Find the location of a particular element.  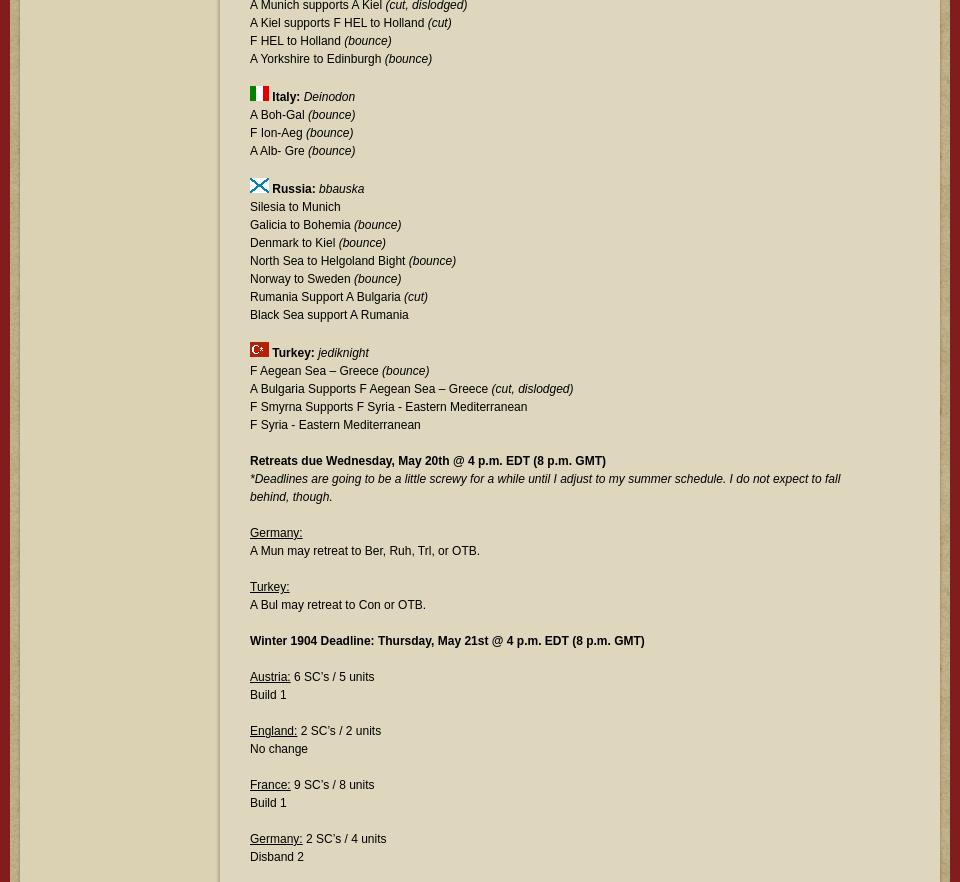

'F Aegean Sea – Greece' is located at coordinates (316, 369).